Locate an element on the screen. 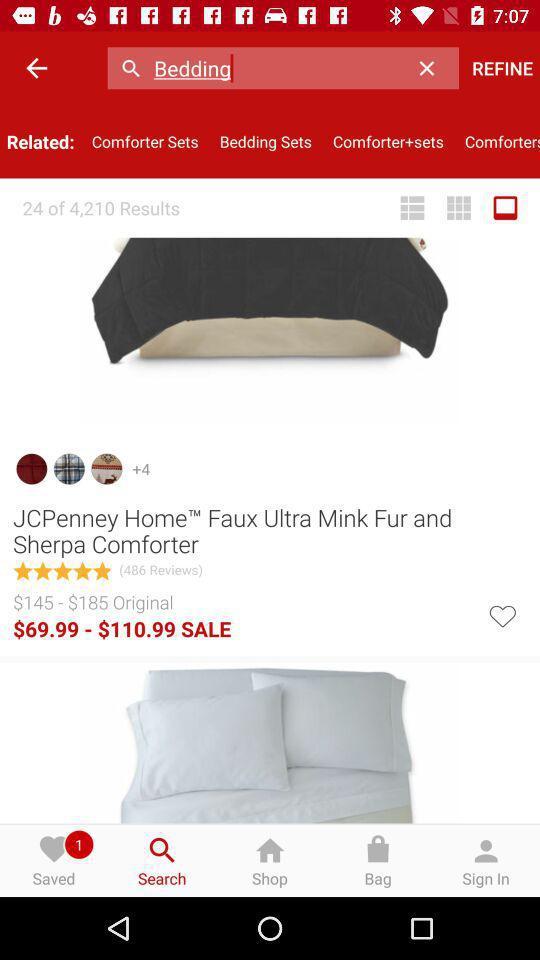 Image resolution: width=540 pixels, height=960 pixels. the icon below refine is located at coordinates (496, 140).